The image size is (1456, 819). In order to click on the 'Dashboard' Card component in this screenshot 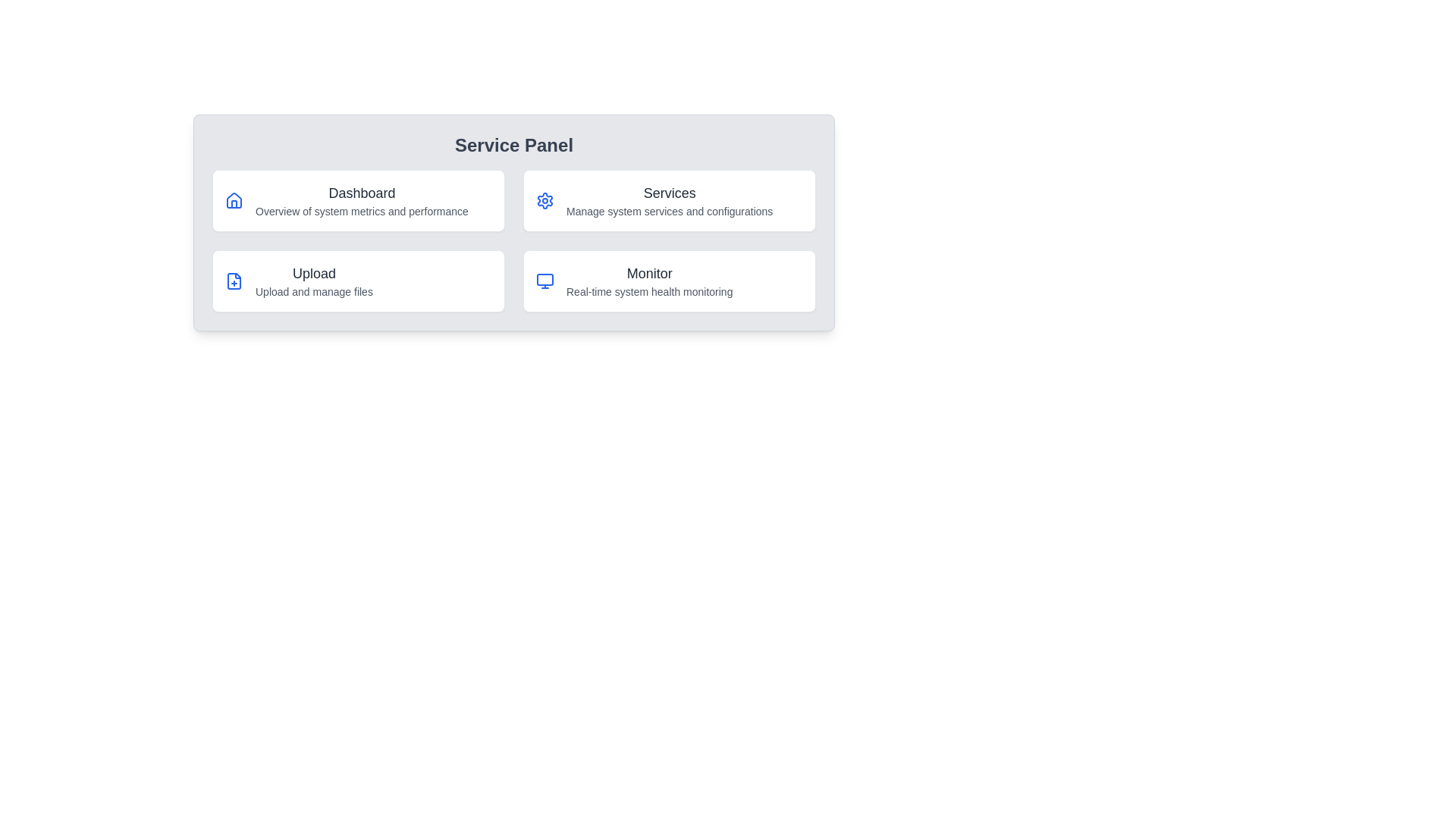, I will do `click(358, 200)`.